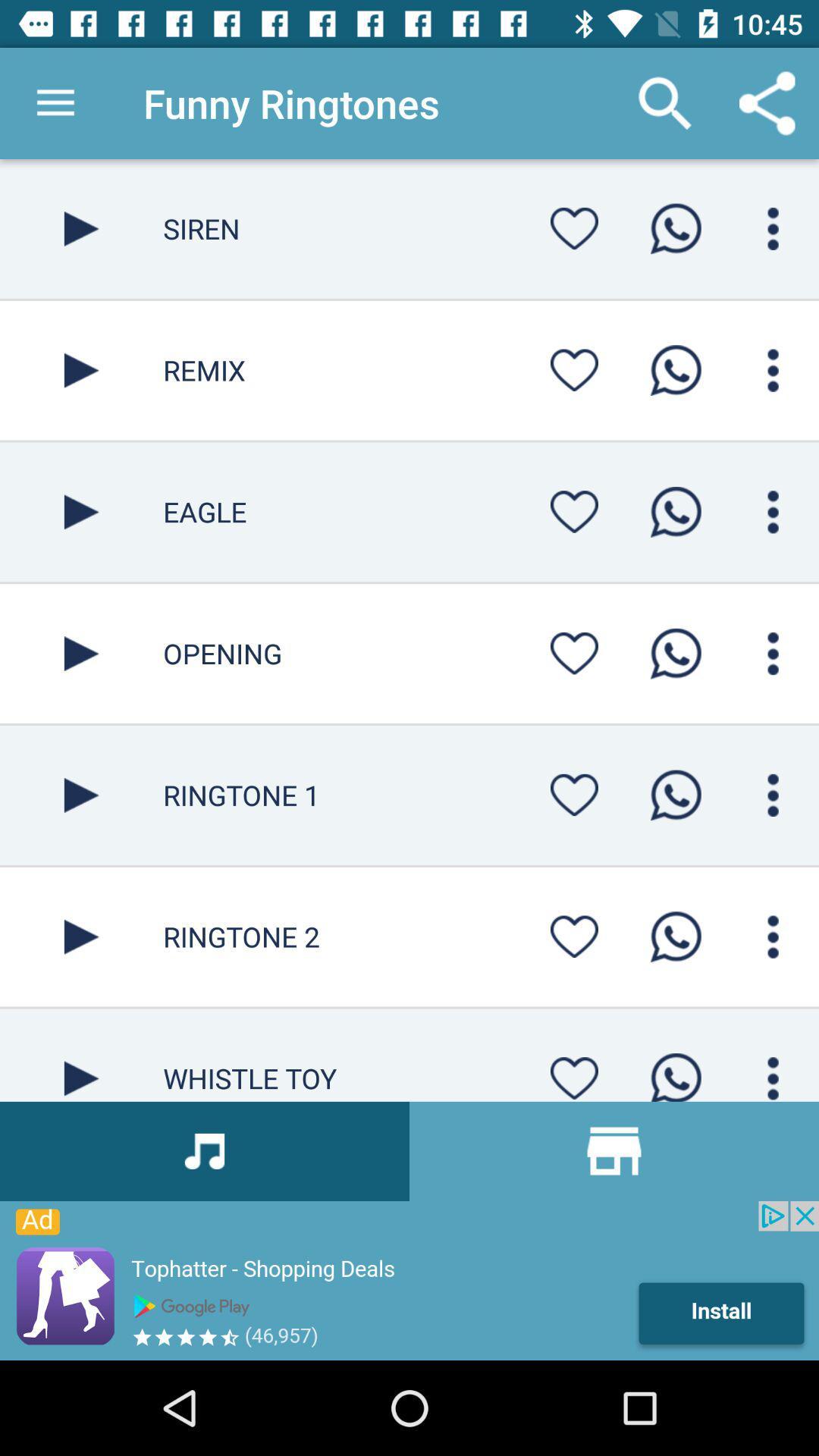  Describe the element at coordinates (773, 1073) in the screenshot. I see `mune button` at that location.